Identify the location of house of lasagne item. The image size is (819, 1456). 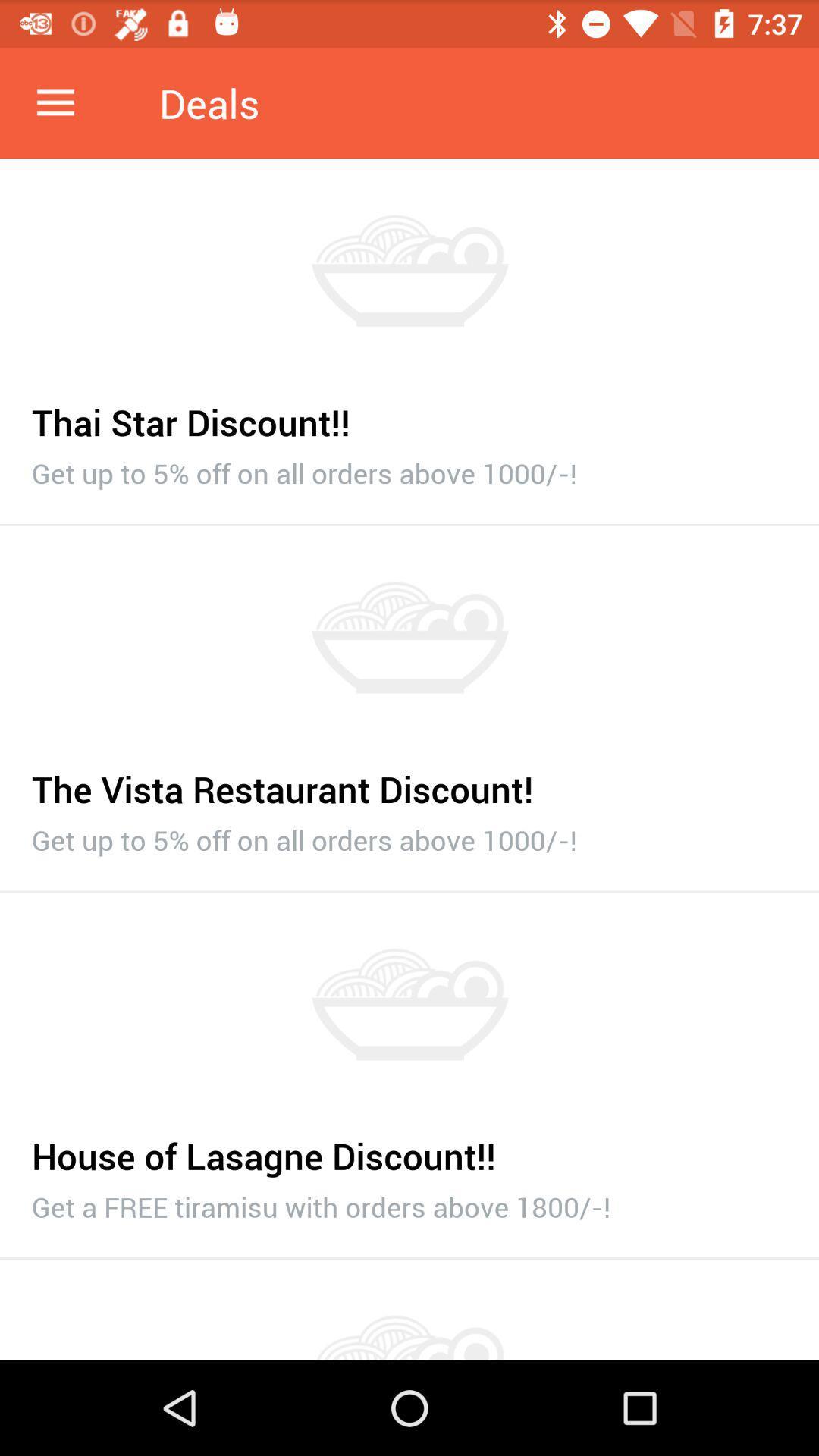
(409, 1147).